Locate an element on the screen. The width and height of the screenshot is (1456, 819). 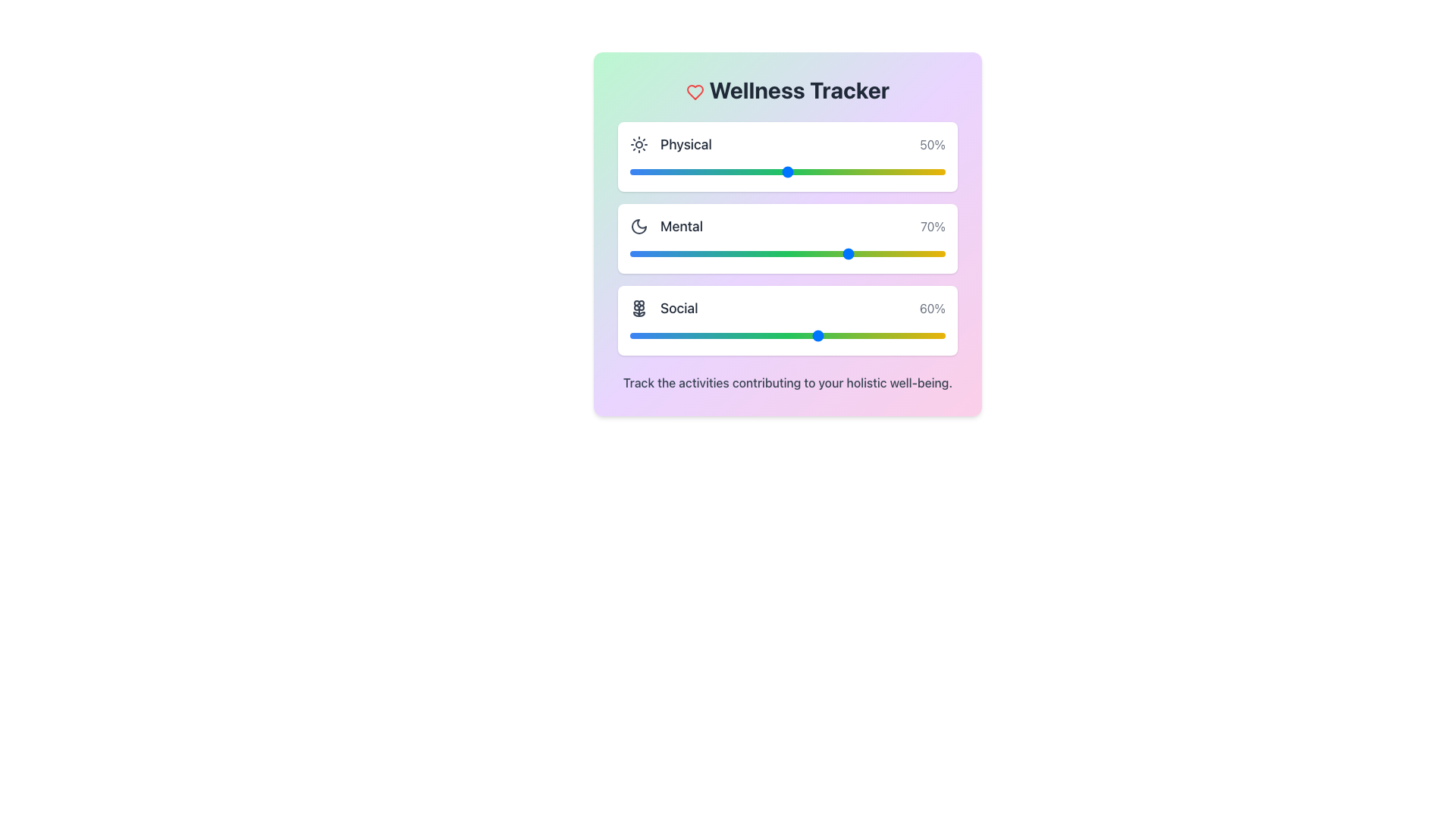
the social well-being percentage is located at coordinates (652, 335).